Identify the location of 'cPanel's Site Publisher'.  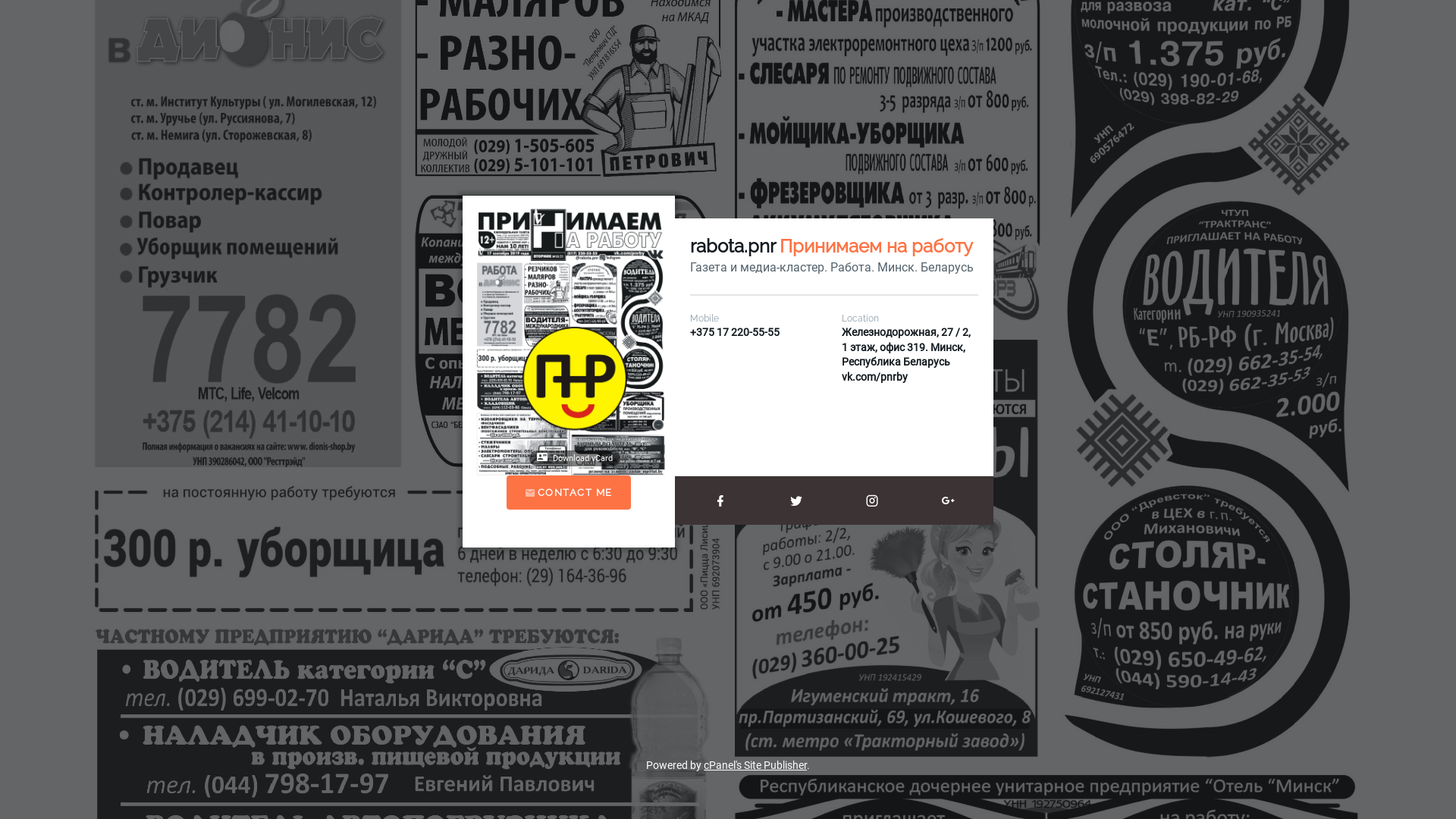
(755, 765).